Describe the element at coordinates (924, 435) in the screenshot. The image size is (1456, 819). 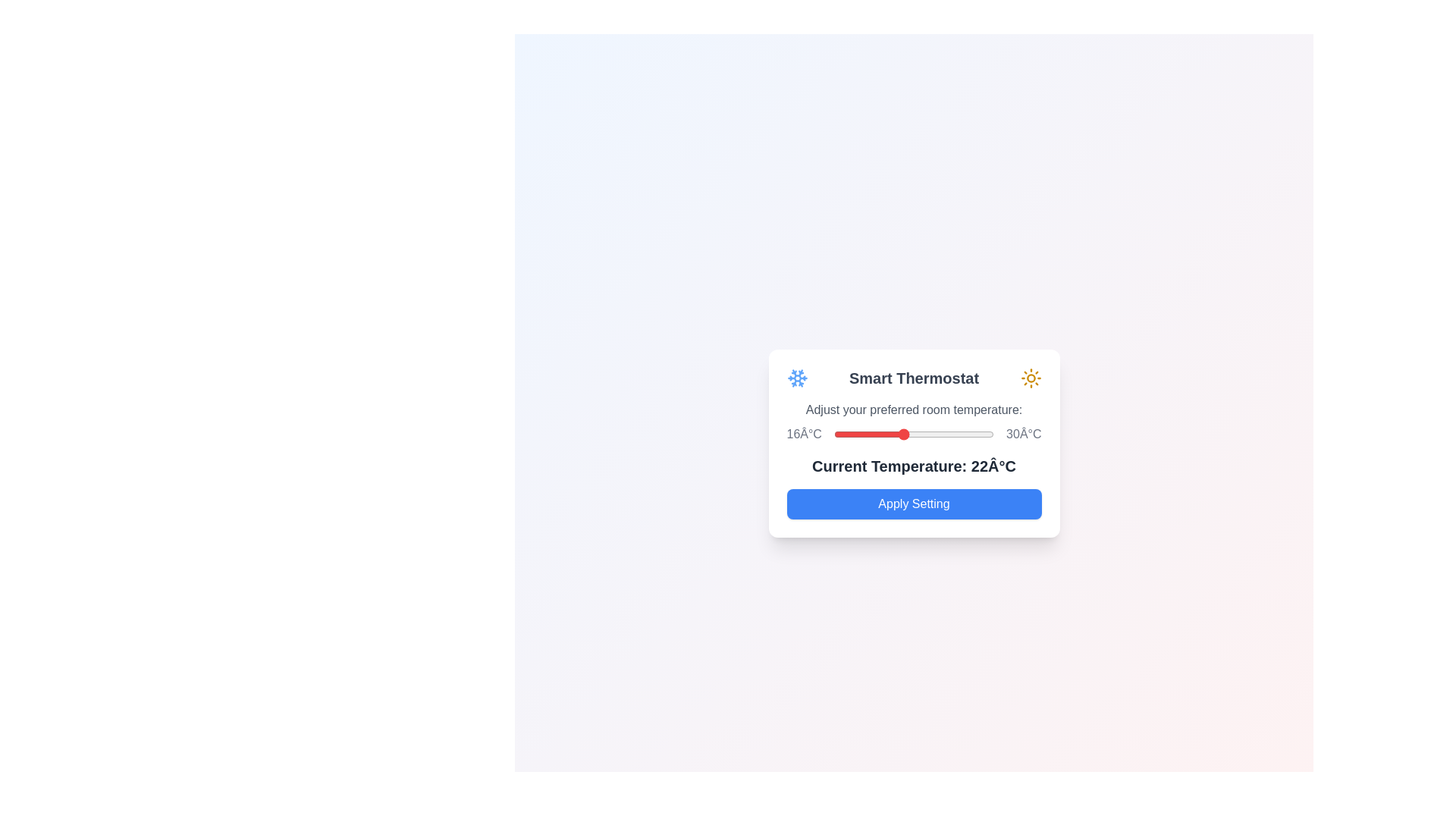
I see `the temperature slider to set the temperature to 24°C` at that location.